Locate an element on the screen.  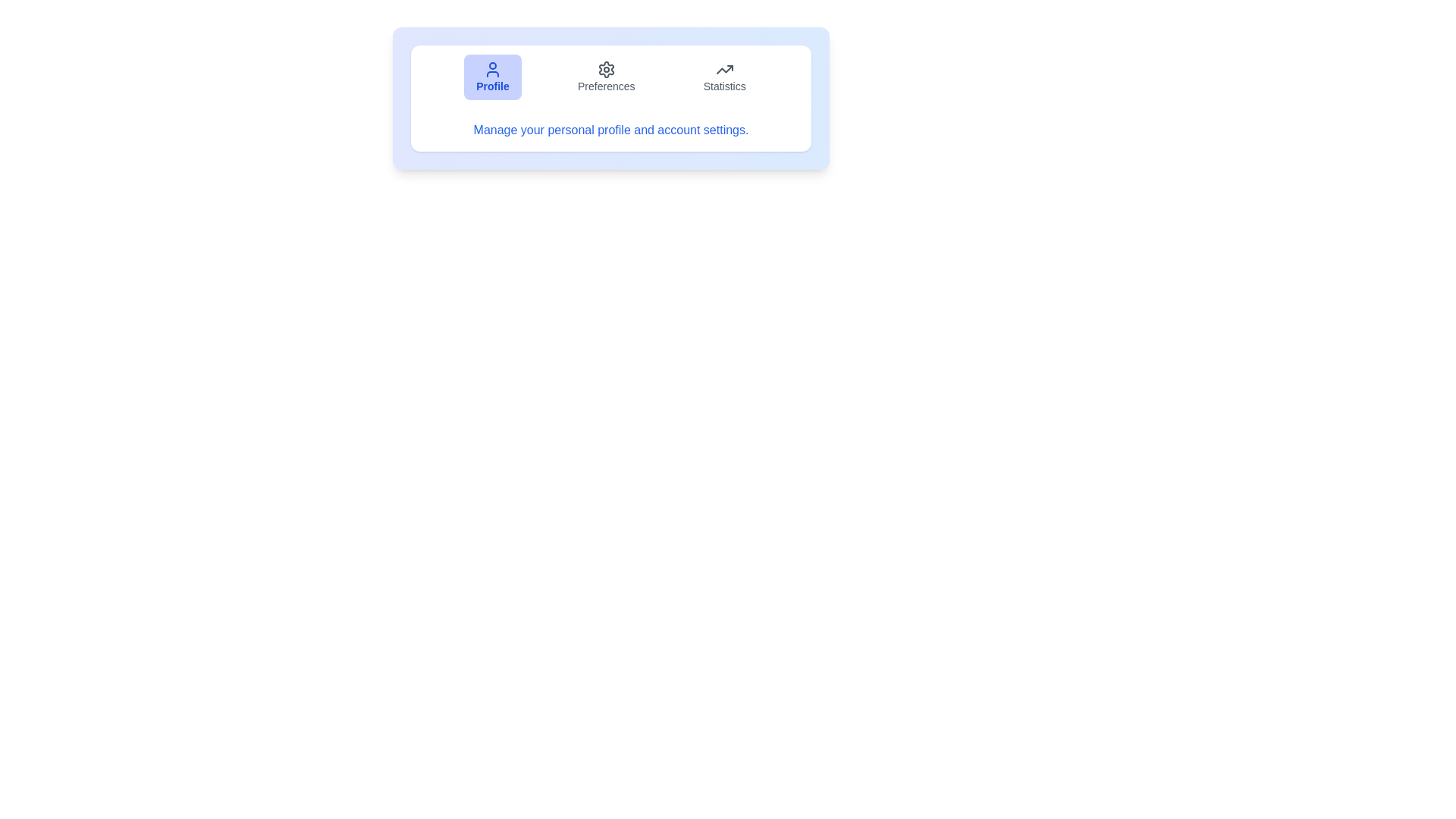
the Profile tab by clicking on its button is located at coordinates (492, 77).